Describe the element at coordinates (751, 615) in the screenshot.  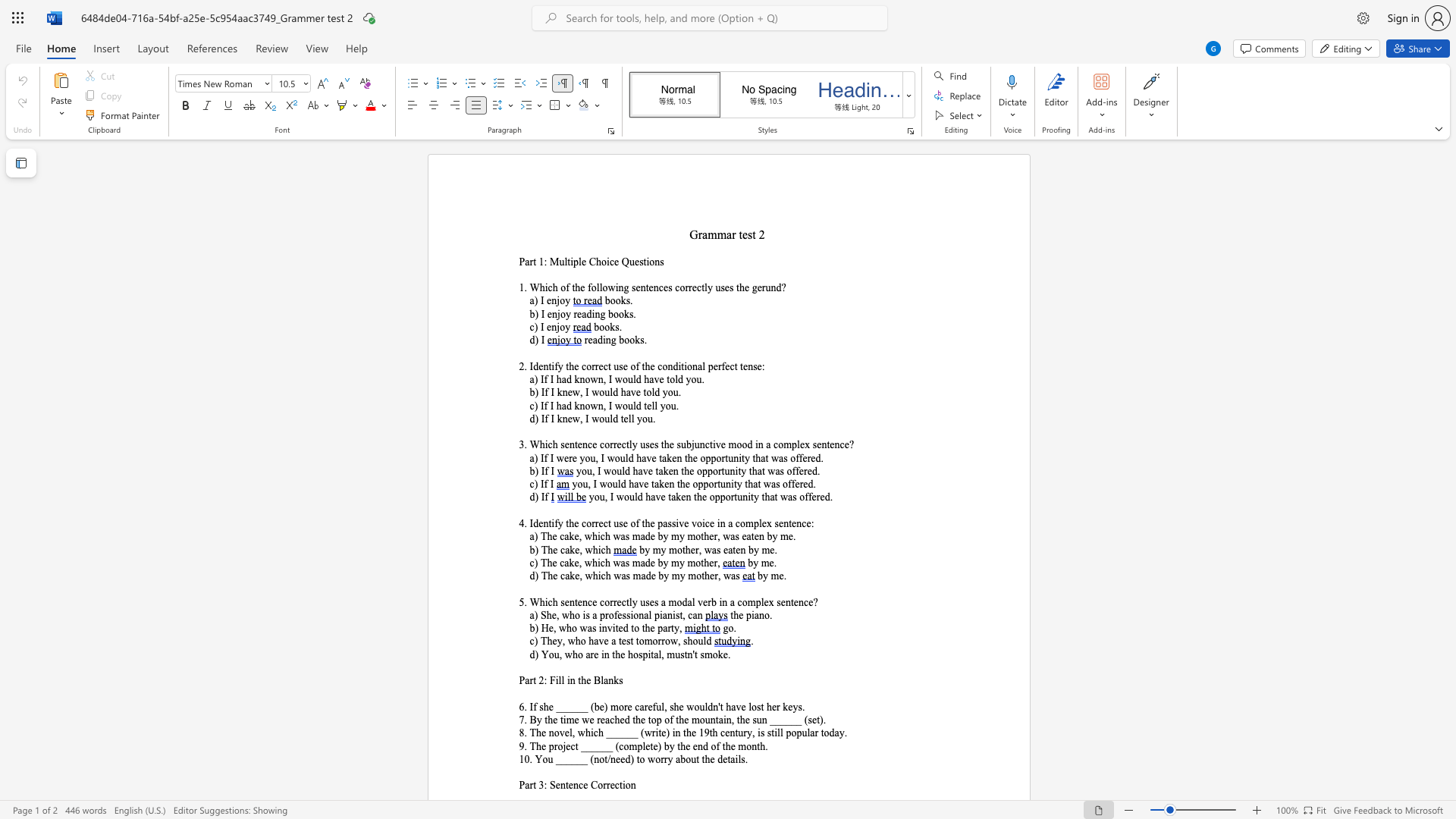
I see `the space between the continuous character "p" and "i" in the text` at that location.